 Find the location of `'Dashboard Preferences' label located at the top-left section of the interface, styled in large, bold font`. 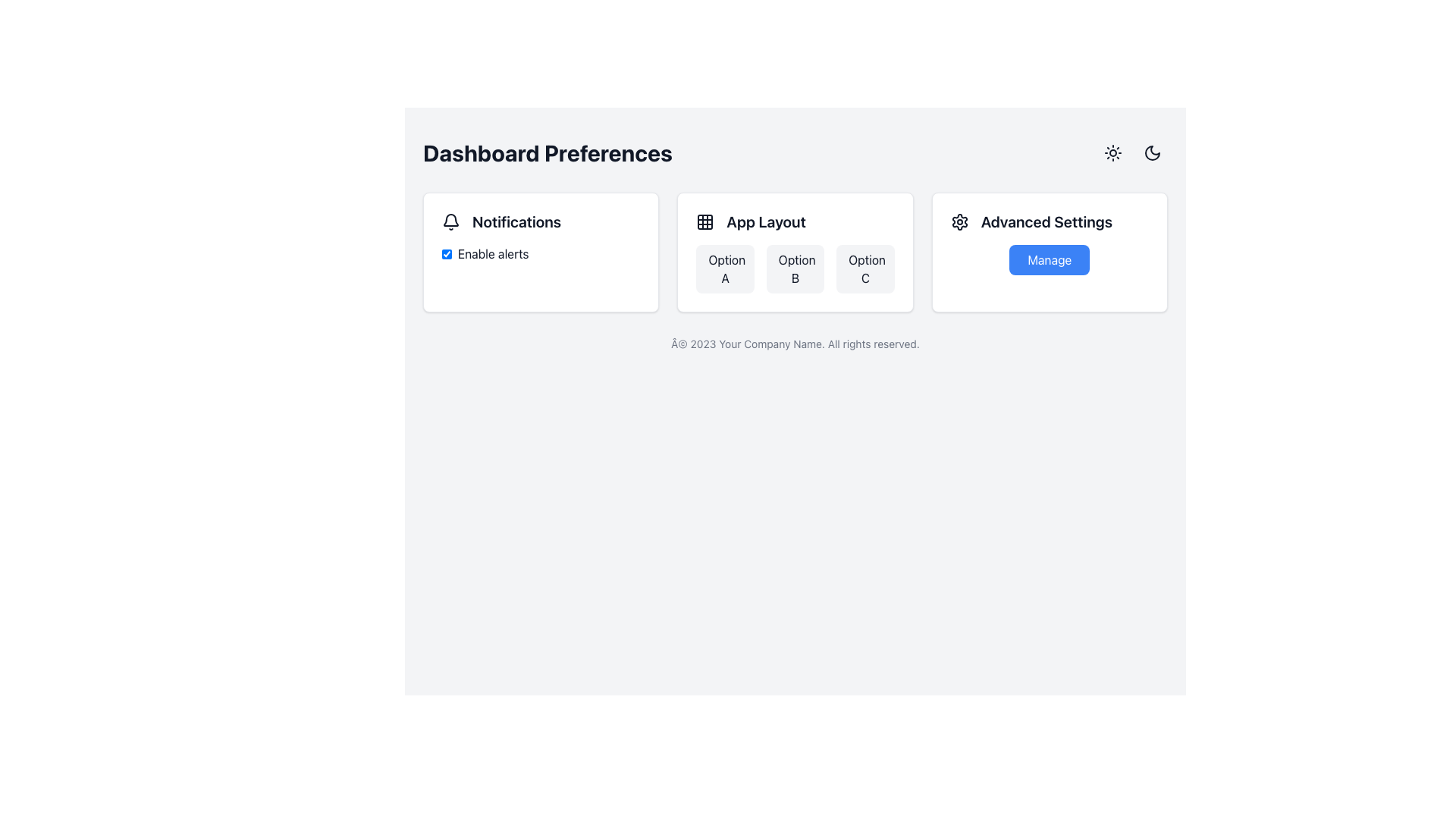

'Dashboard Preferences' label located at the top-left section of the interface, styled in large, bold font is located at coordinates (547, 152).